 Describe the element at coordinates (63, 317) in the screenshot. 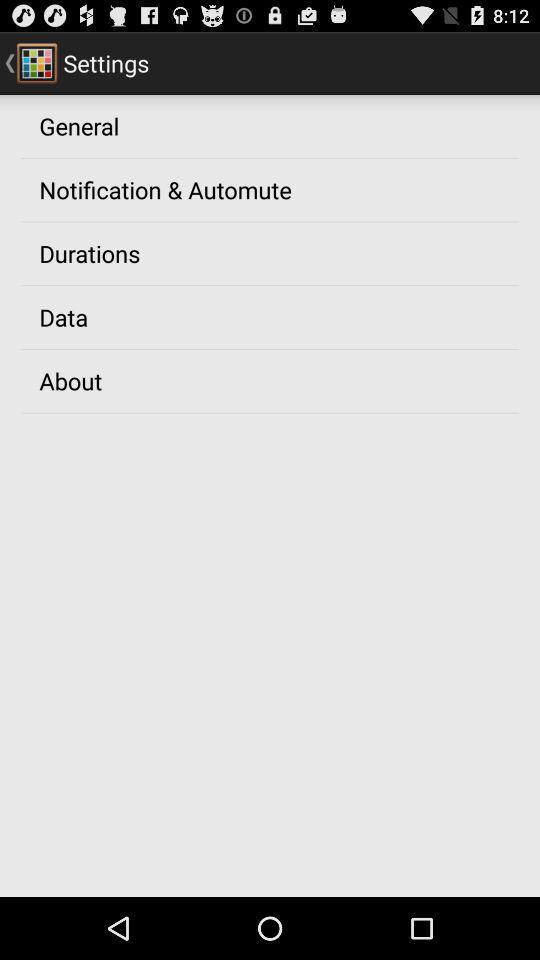

I see `the item below the durations` at that location.